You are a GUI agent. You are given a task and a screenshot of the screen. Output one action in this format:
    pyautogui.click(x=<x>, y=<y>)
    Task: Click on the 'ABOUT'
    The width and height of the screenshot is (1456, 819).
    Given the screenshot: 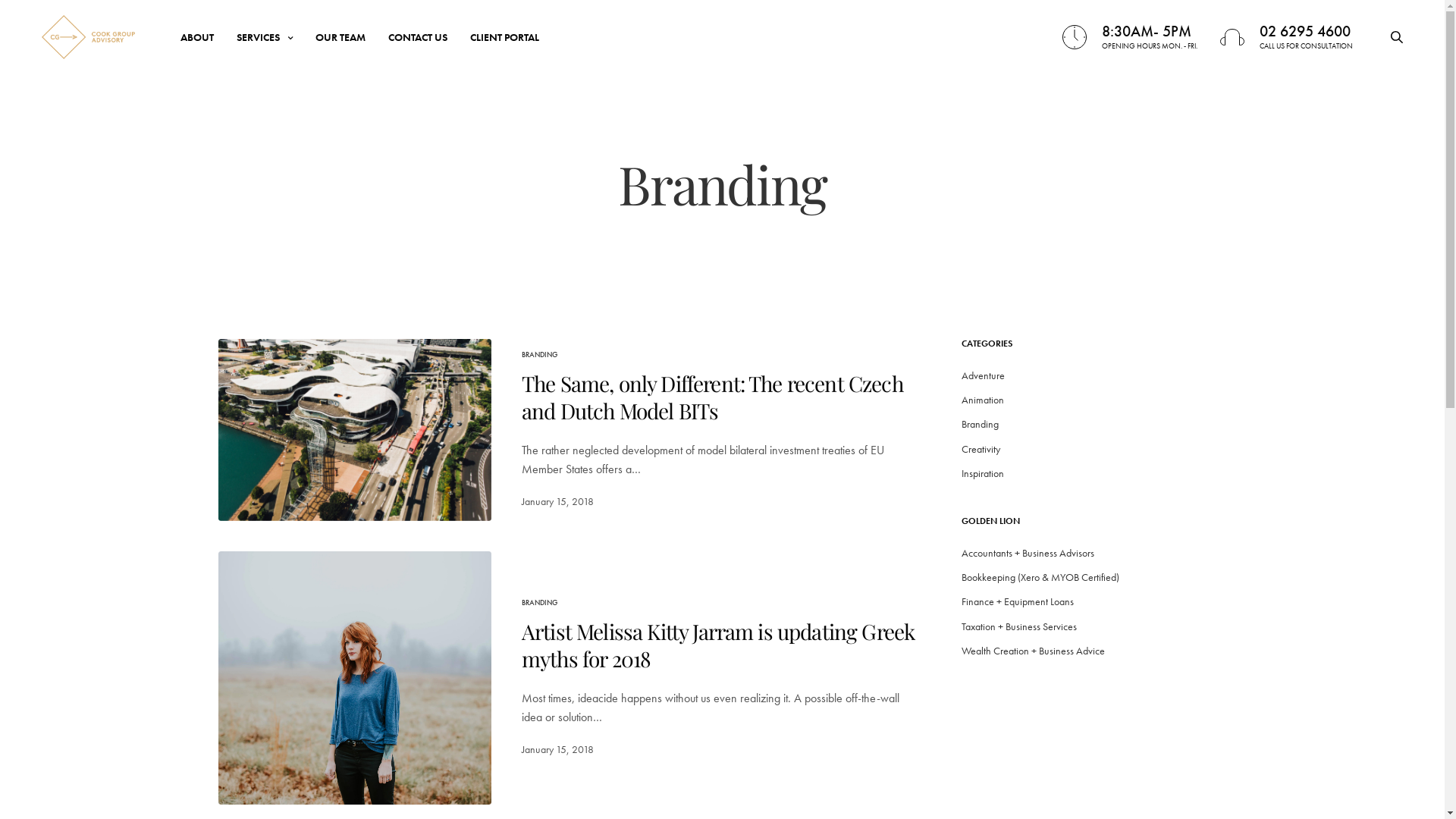 What is the action you would take?
    pyautogui.click(x=180, y=36)
    